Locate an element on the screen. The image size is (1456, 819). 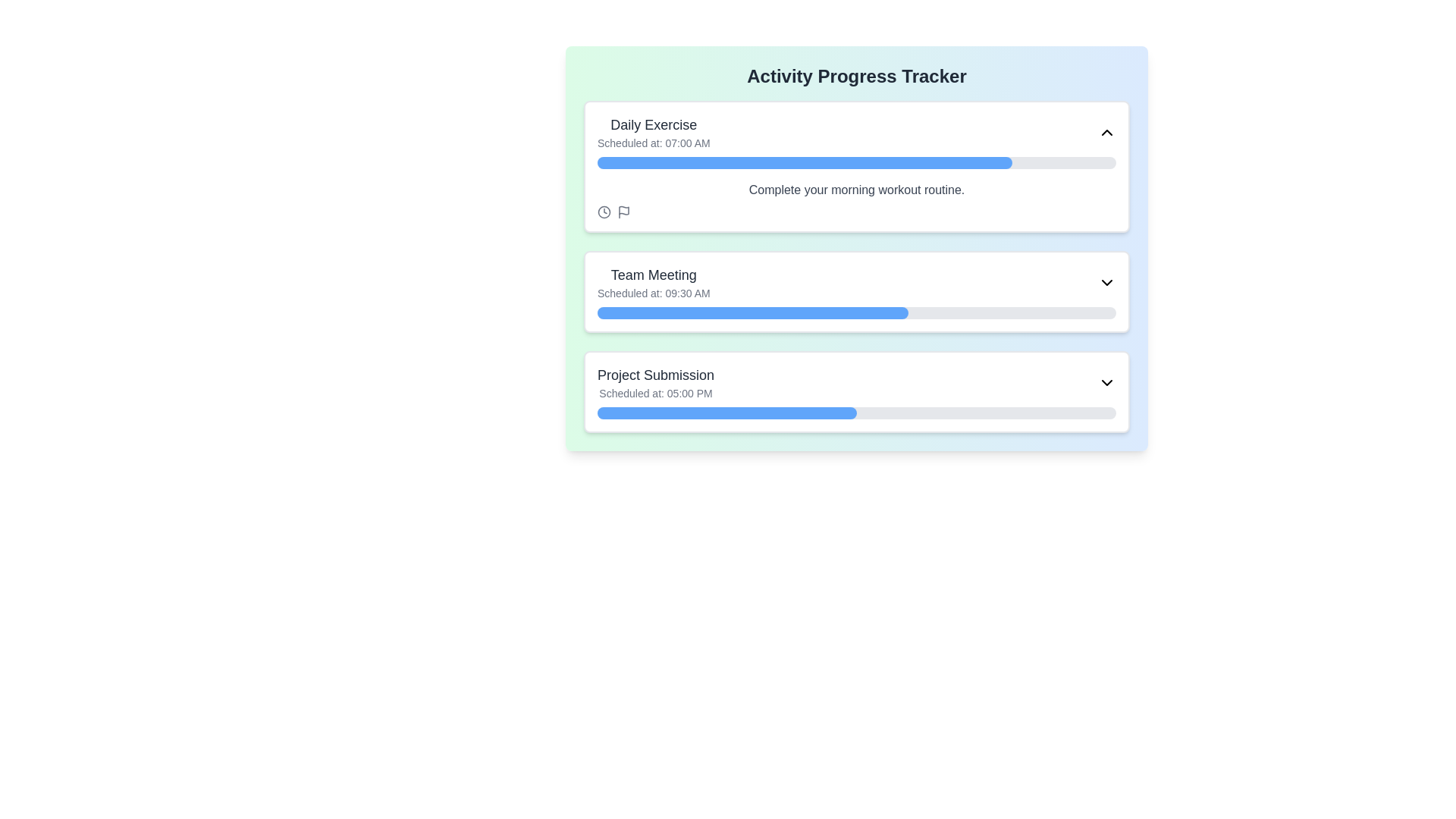
the blue section of the progress bar representing the 'Team Meeting' task to interact with it is located at coordinates (856, 312).